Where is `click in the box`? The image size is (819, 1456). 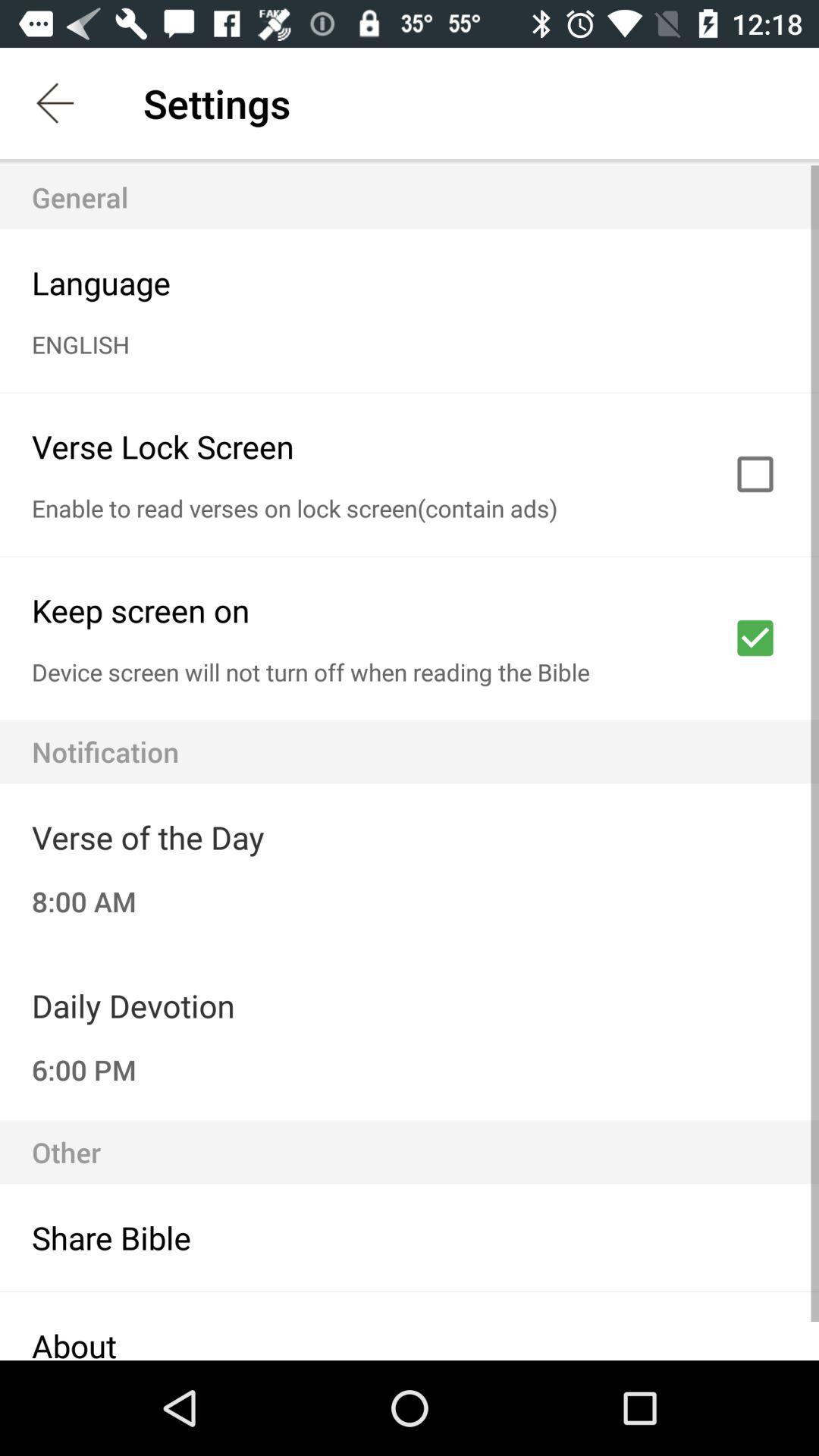 click in the box is located at coordinates (755, 473).